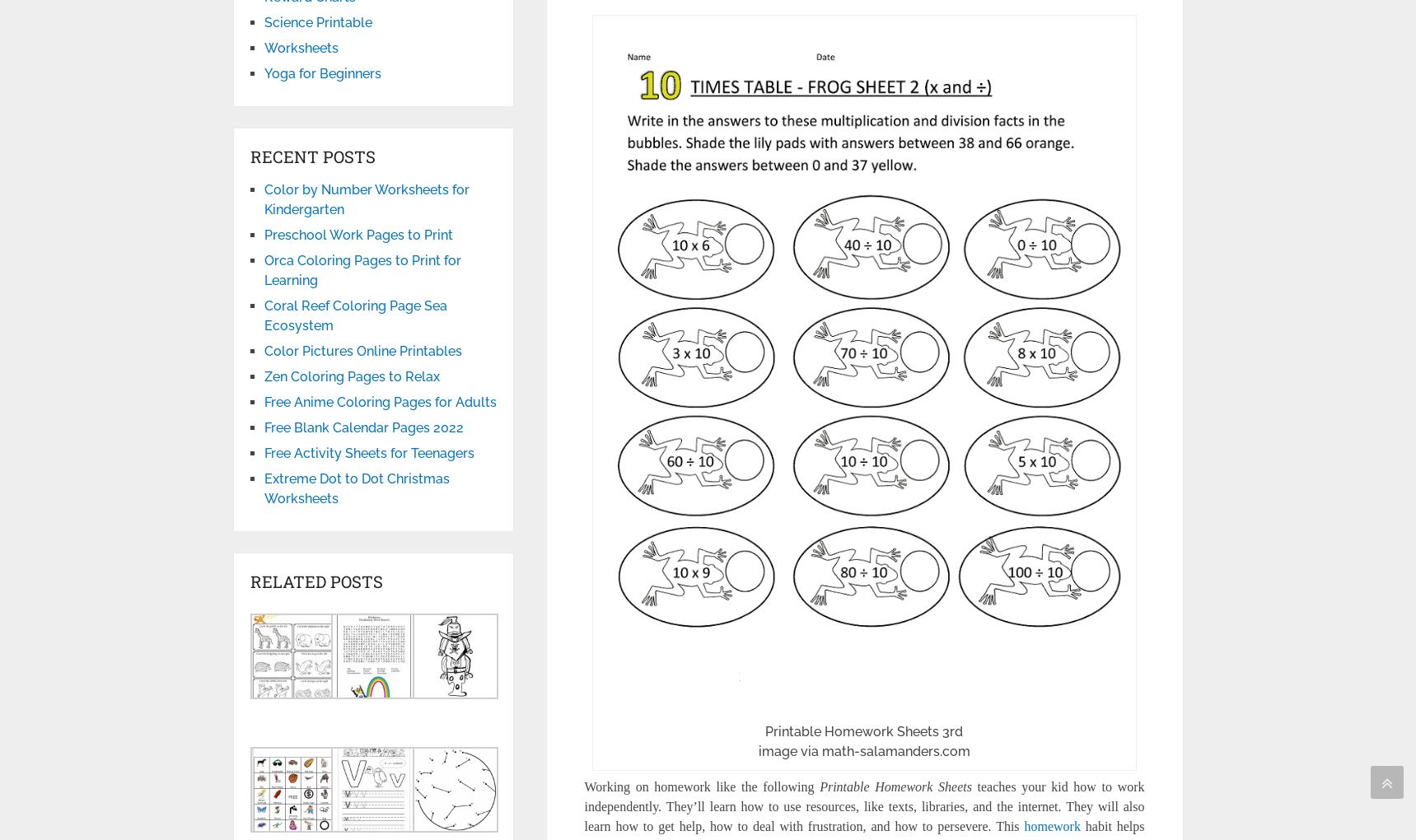 This screenshot has width=1416, height=840. I want to click on 'Free Anime Coloring Pages for Adults', so click(263, 402).